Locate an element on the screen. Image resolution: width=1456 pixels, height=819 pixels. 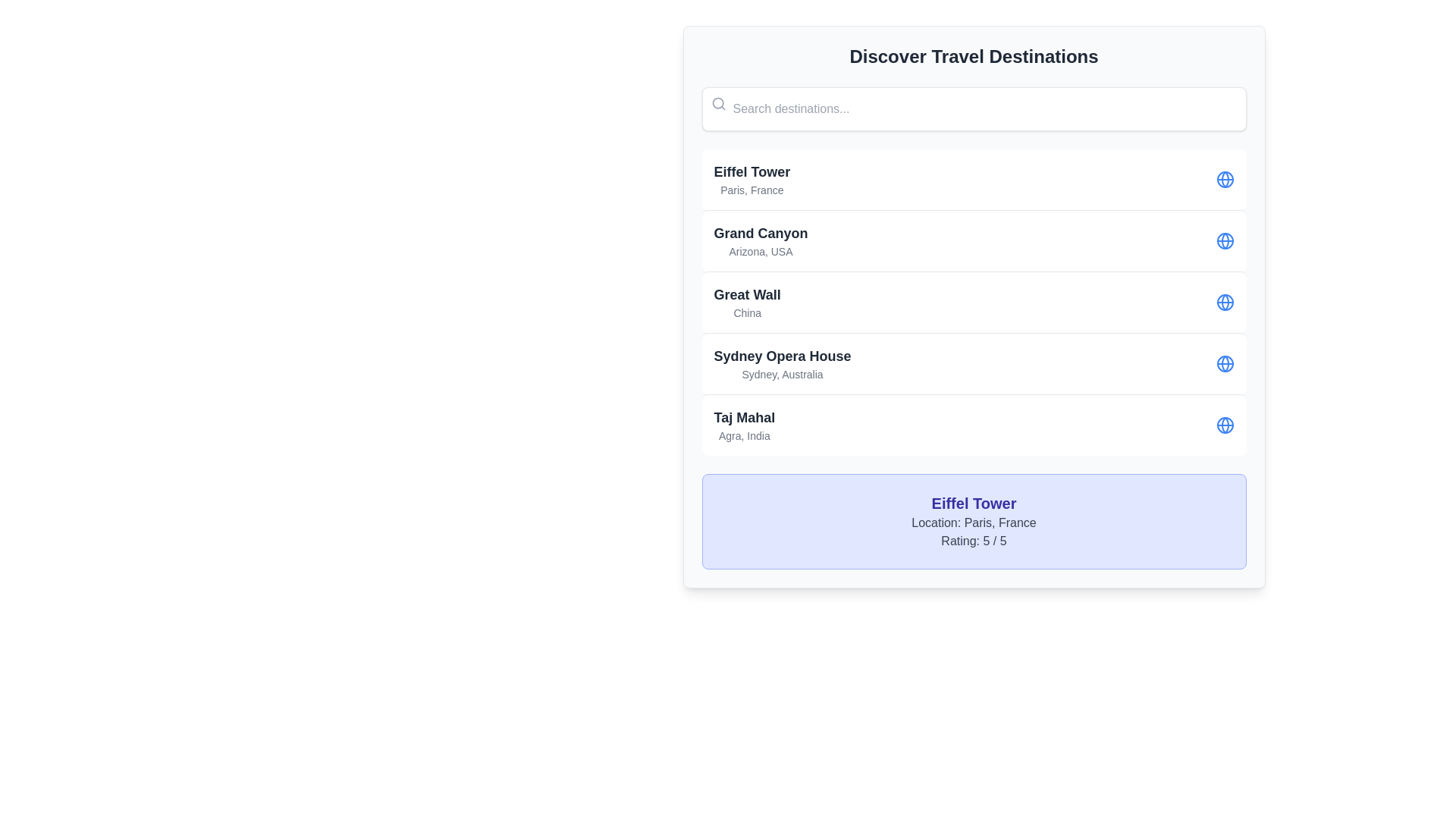
the information icon next to the 'Eiffel Tower' entry that signifies additional information about the location 'Paris, France' is located at coordinates (1225, 178).